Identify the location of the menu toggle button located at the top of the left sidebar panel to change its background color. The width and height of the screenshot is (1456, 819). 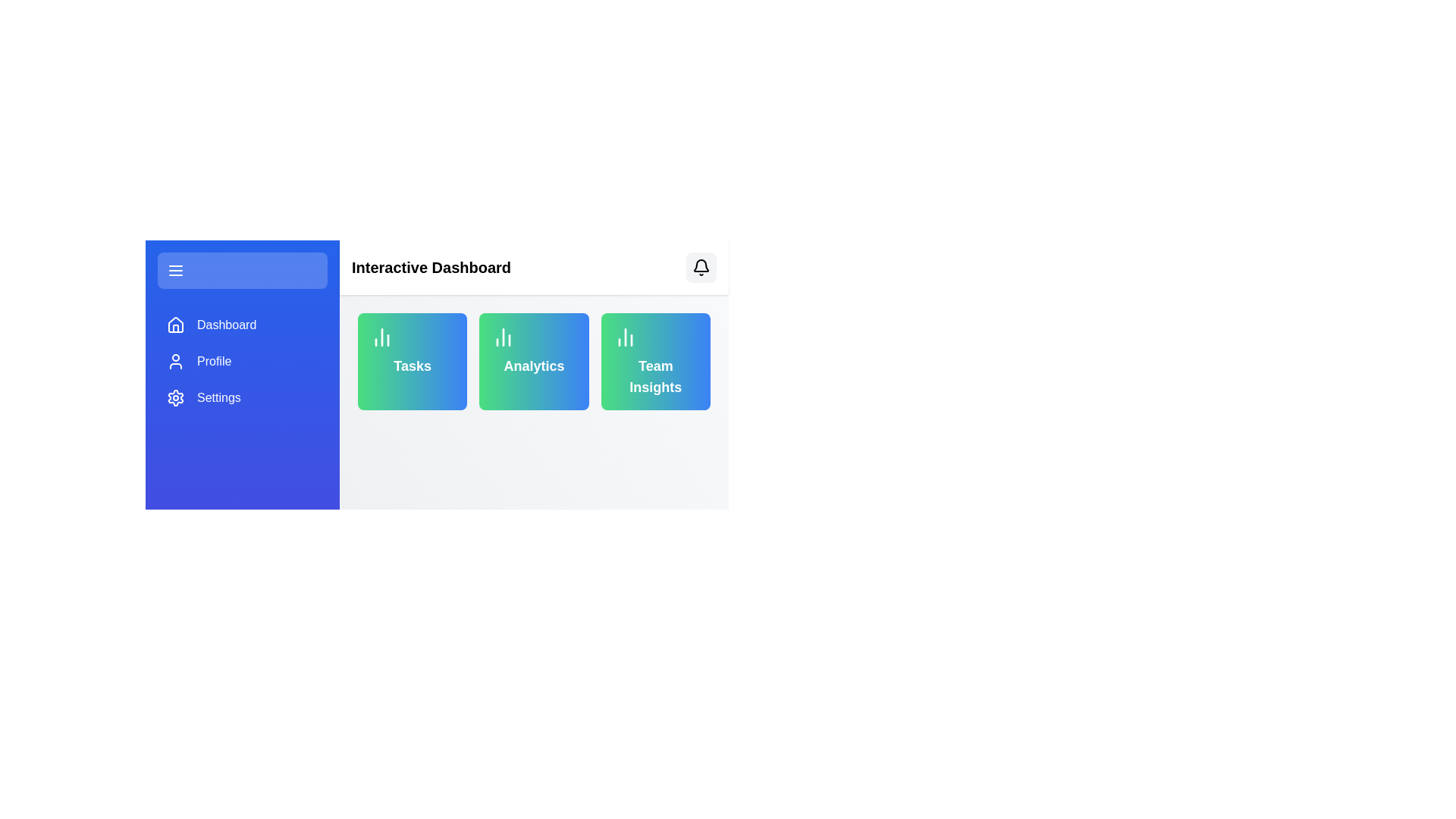
(243, 270).